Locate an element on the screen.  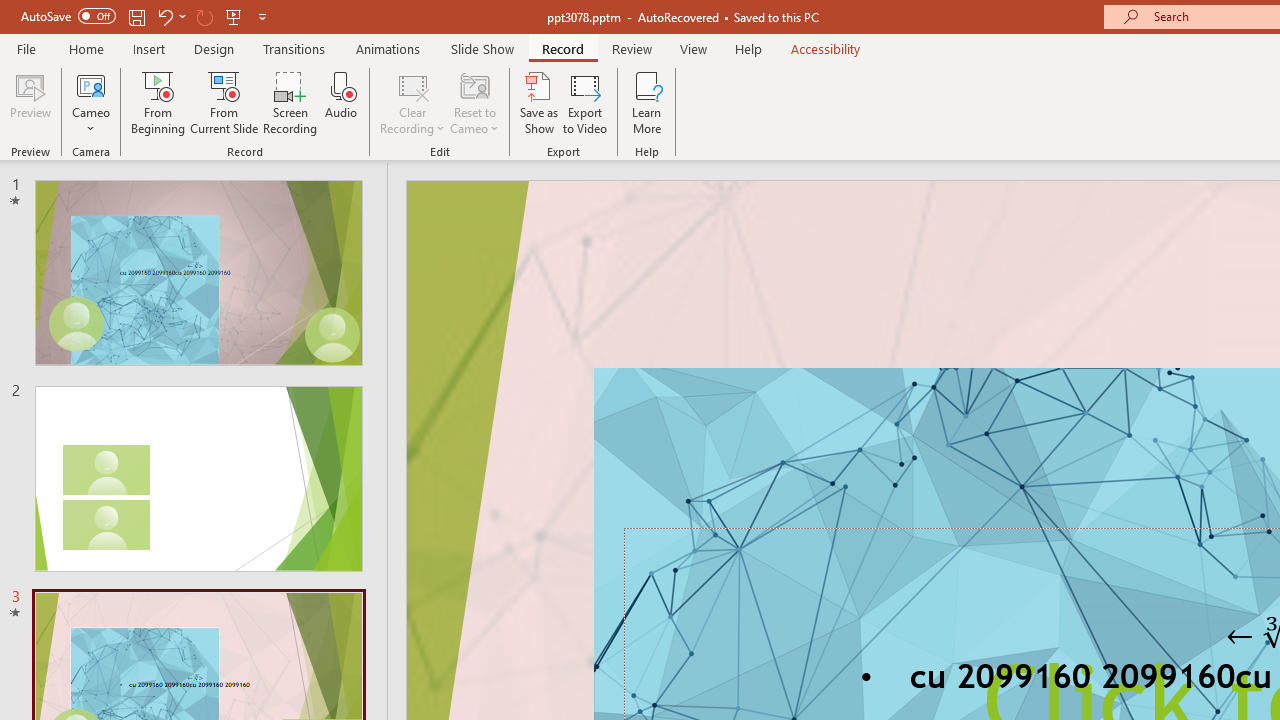
'Clear Recording' is located at coordinates (411, 103).